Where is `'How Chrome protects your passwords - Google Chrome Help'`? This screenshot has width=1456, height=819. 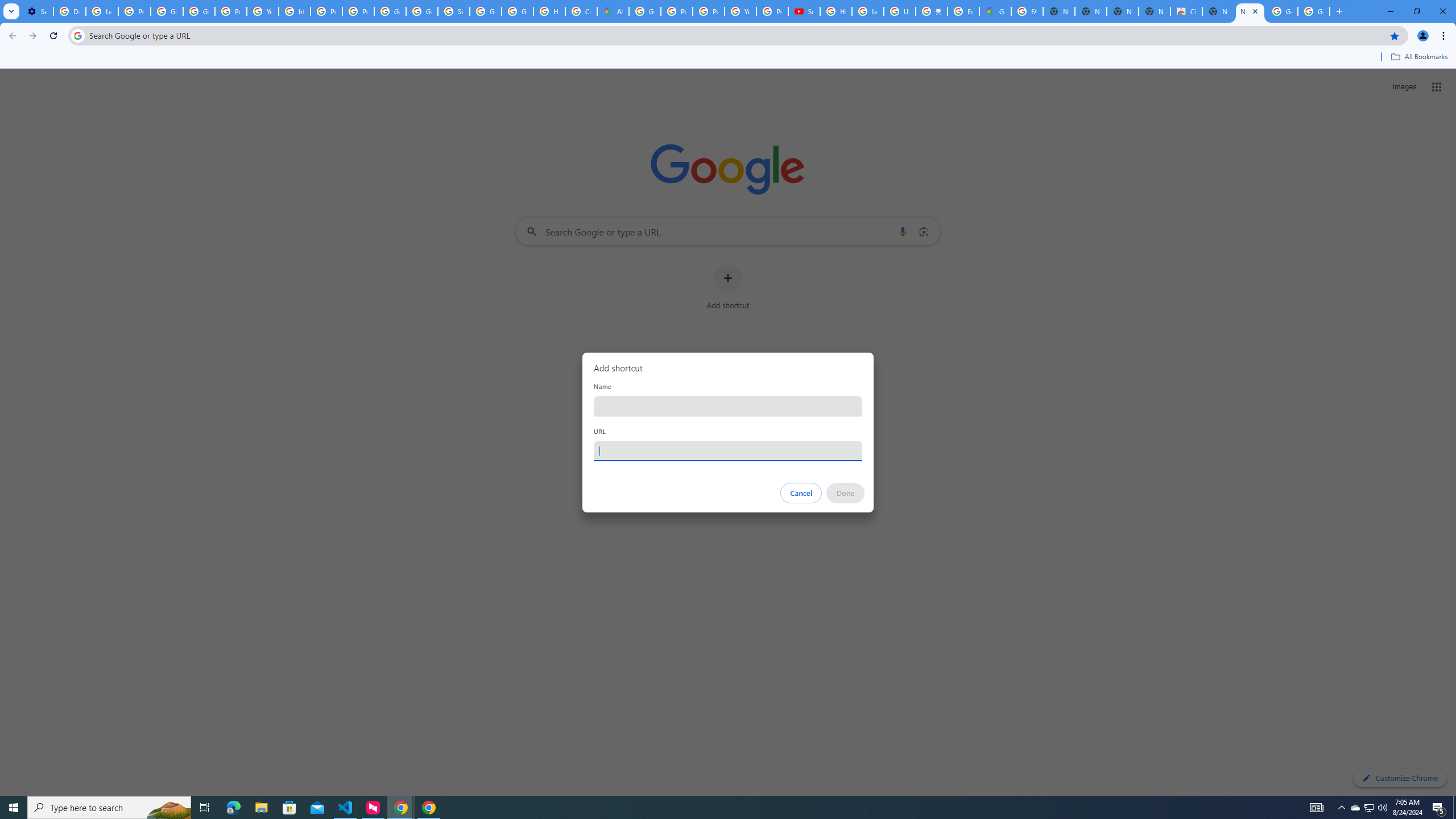
'How Chrome protects your passwords - Google Chrome Help' is located at coordinates (835, 11).